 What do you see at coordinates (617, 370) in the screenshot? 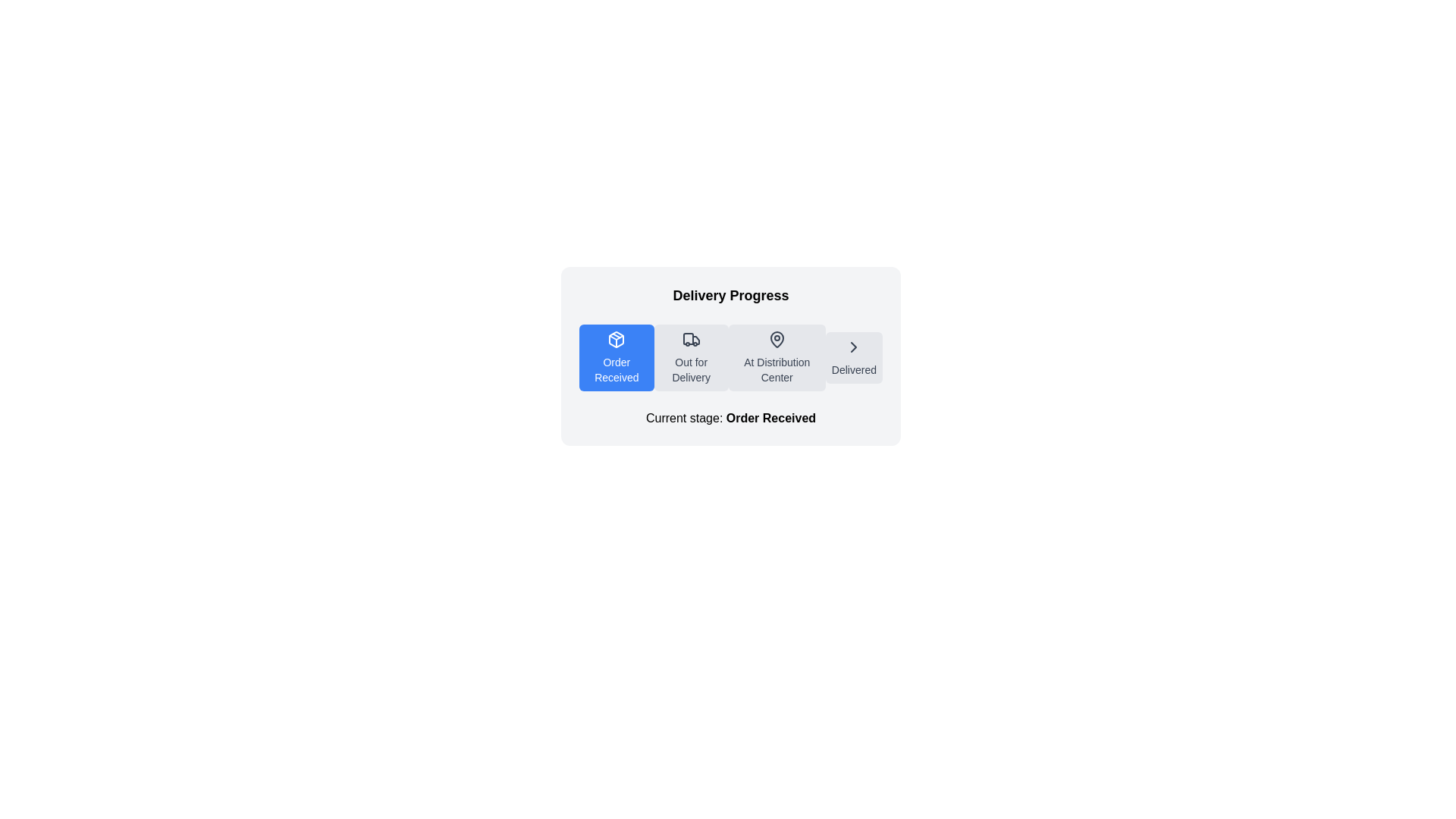
I see `the text label indicating that an order has been received, which is positioned under the package icon in the horizontal progress tracker` at bounding box center [617, 370].